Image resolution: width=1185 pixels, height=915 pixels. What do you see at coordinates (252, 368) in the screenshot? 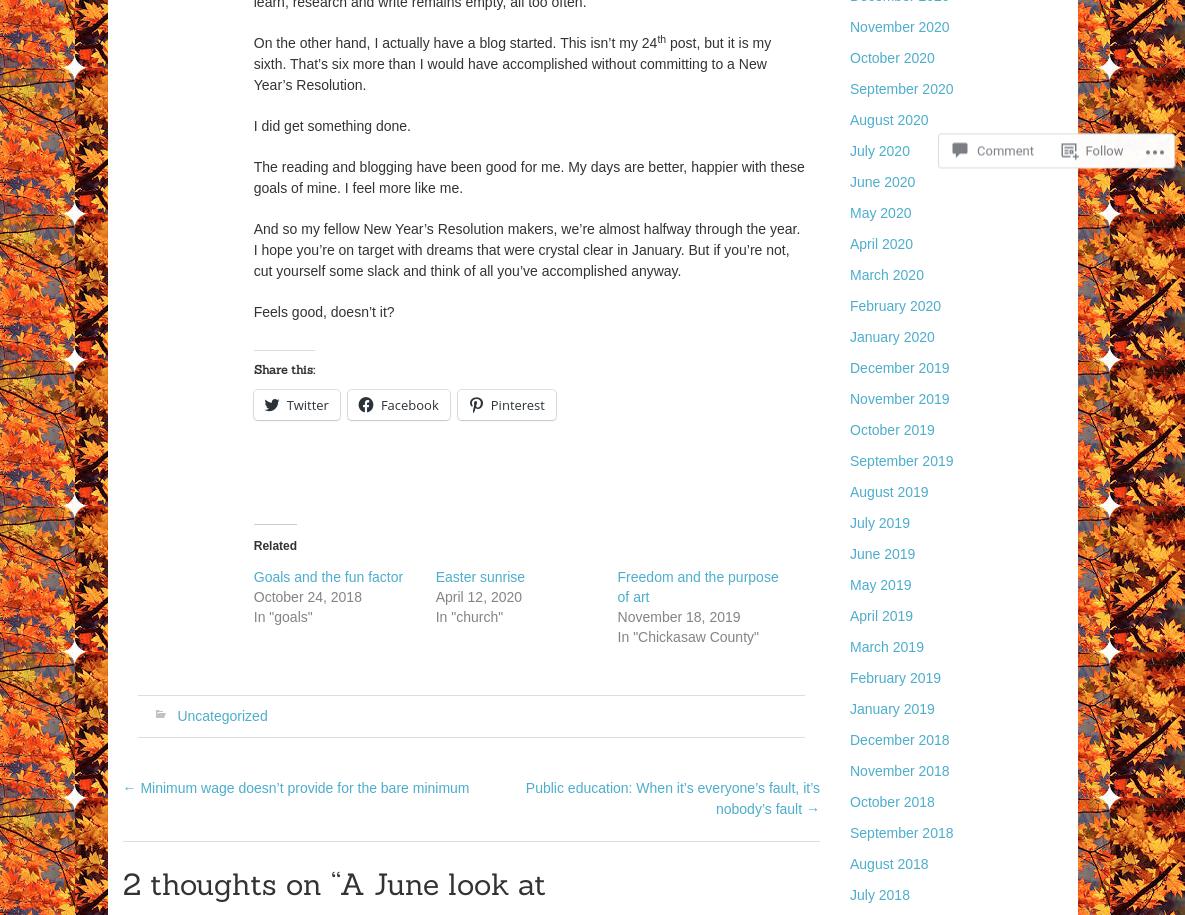
I see `'Share this:'` at bounding box center [252, 368].